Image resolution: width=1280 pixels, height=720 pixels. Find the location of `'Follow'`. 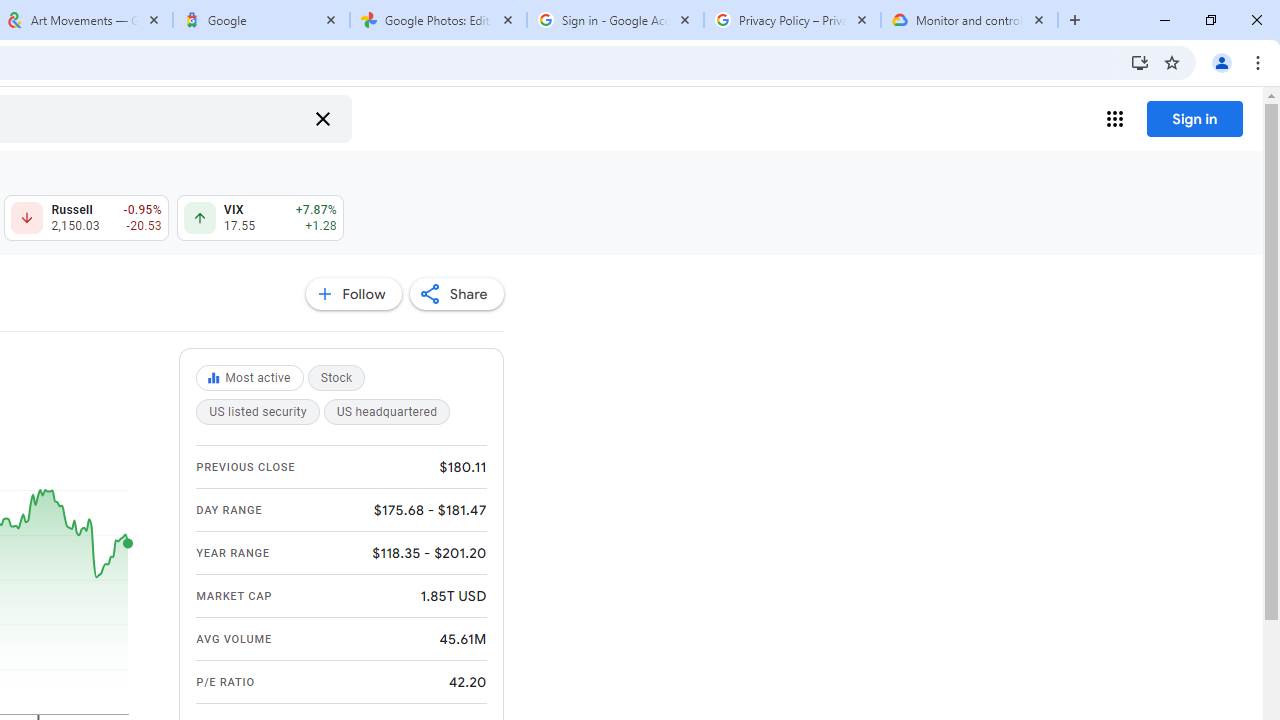

'Follow' is located at coordinates (353, 294).